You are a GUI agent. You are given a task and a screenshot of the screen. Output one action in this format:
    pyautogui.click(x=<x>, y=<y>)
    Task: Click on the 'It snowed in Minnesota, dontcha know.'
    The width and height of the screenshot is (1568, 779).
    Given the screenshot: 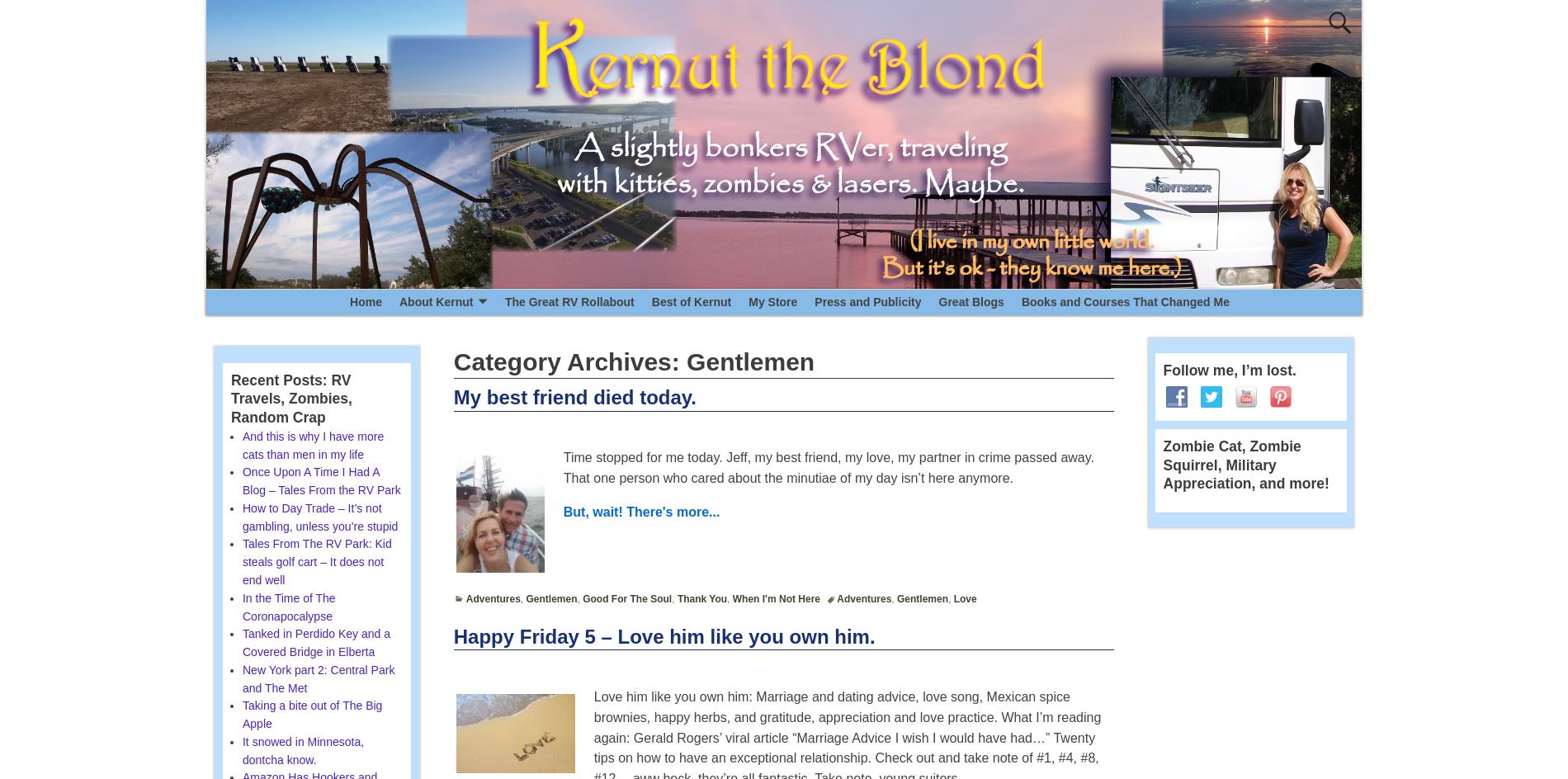 What is the action you would take?
    pyautogui.click(x=302, y=748)
    